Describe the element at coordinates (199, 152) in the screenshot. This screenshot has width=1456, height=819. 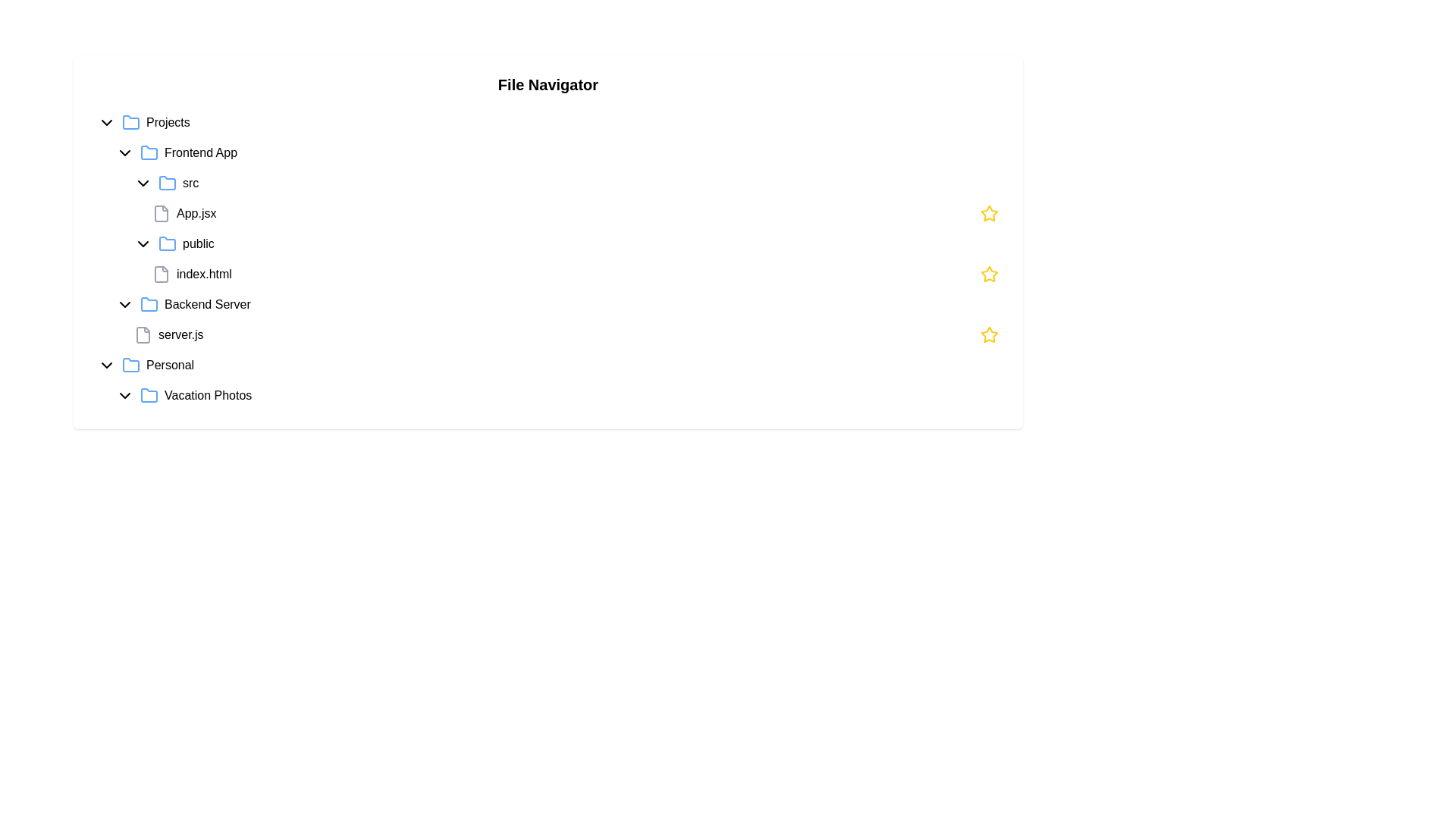
I see `the 'Frontend App' text label` at that location.